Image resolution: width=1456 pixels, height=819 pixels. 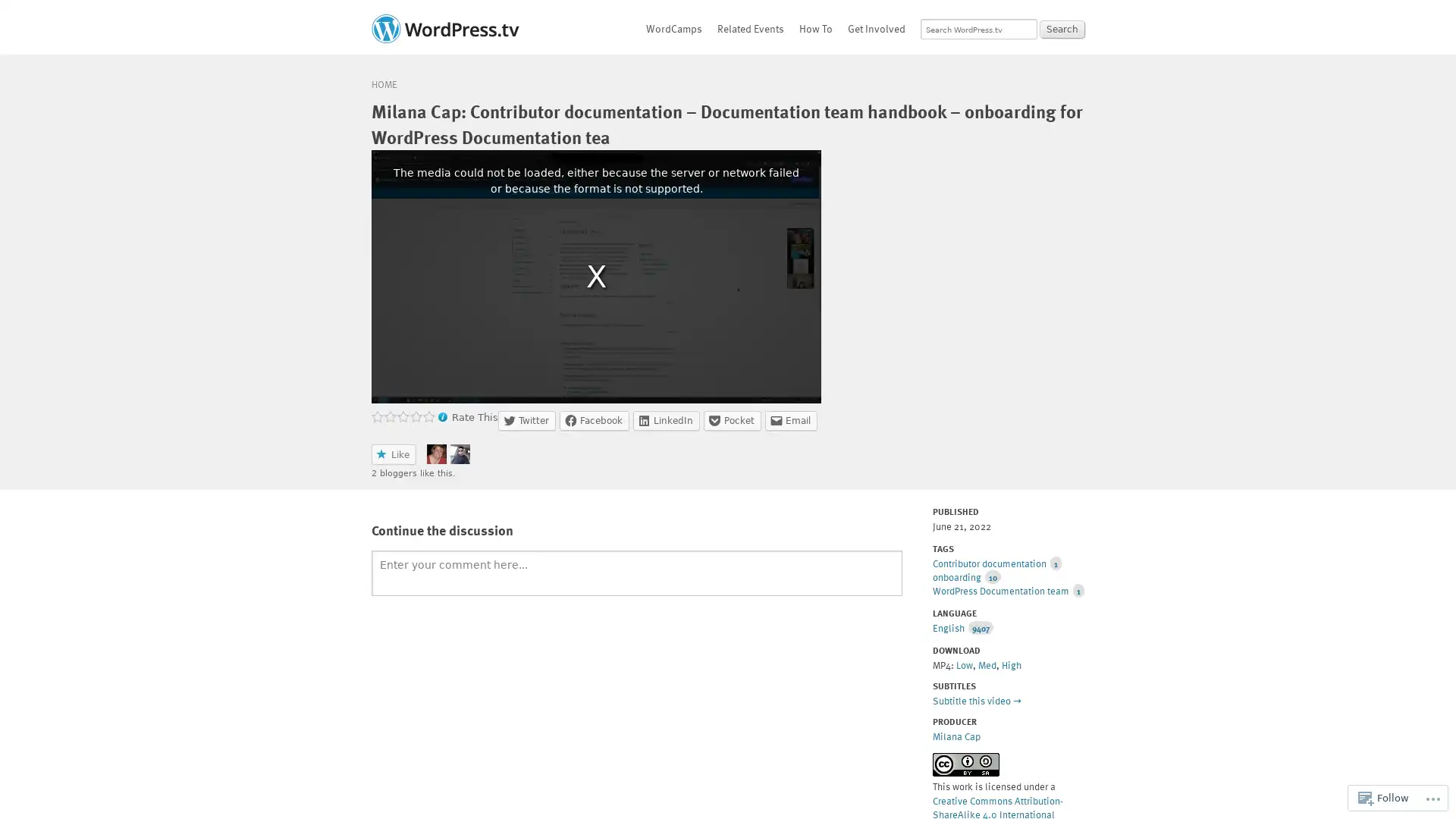 I want to click on Search, so click(x=1062, y=29).